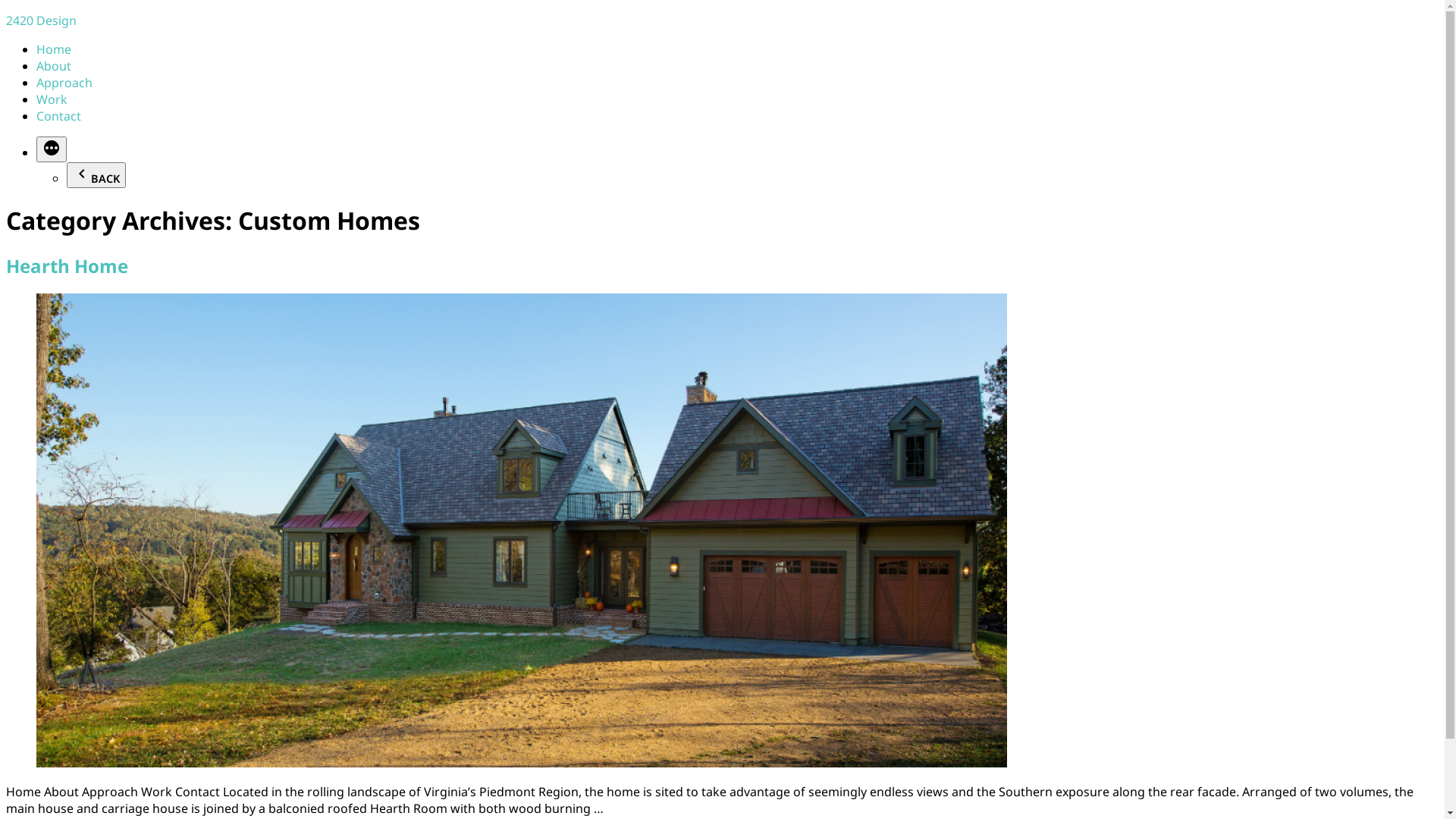 The image size is (1456, 819). What do you see at coordinates (41, 20) in the screenshot?
I see `'2420 Design'` at bounding box center [41, 20].